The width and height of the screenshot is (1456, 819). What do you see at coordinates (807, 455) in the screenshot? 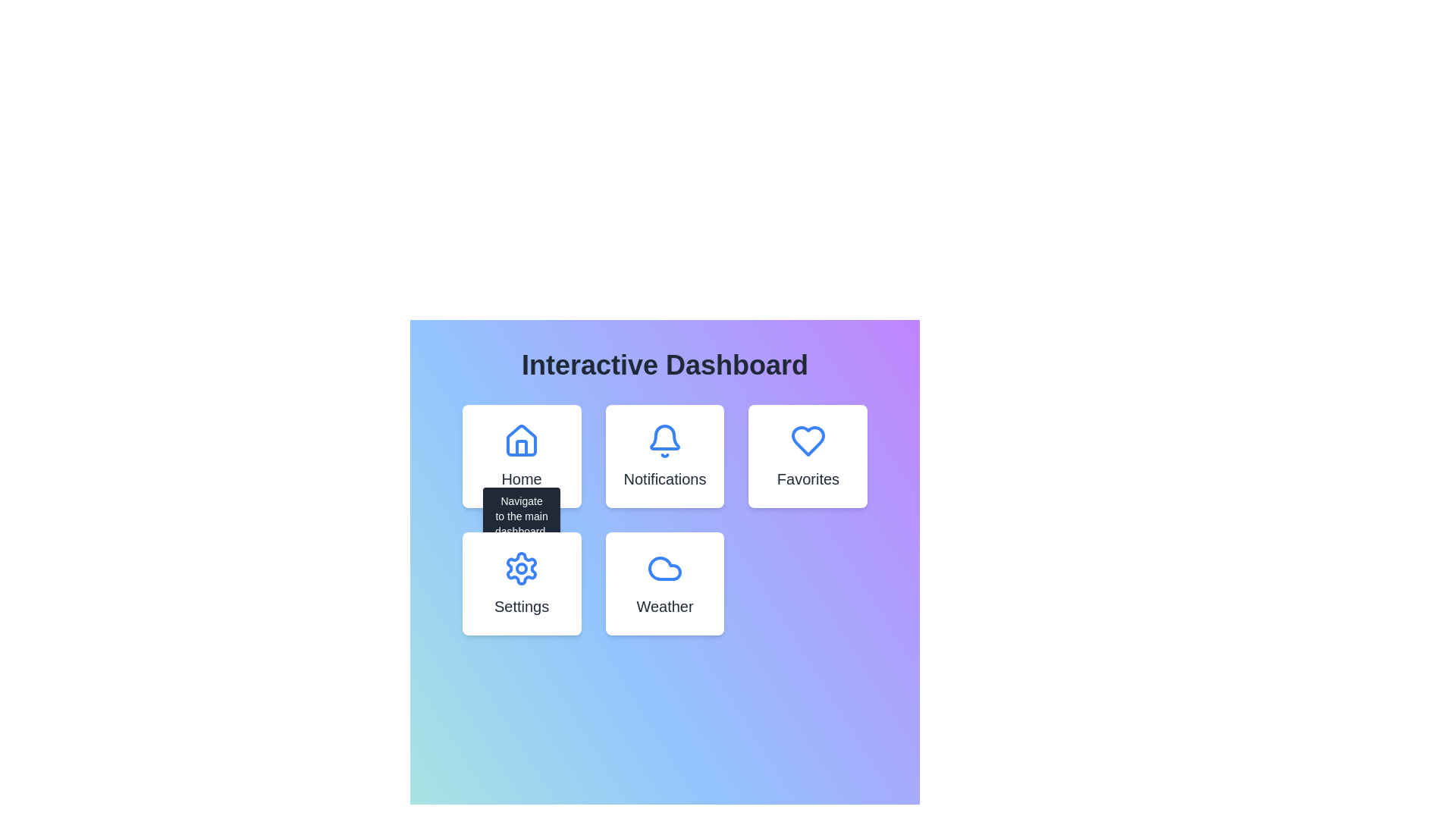
I see `the navigation Button card that leads to the Favorites section, located in the top-right corner of the grid, adjacent to 'Notifications' and above 'Settings'` at bounding box center [807, 455].